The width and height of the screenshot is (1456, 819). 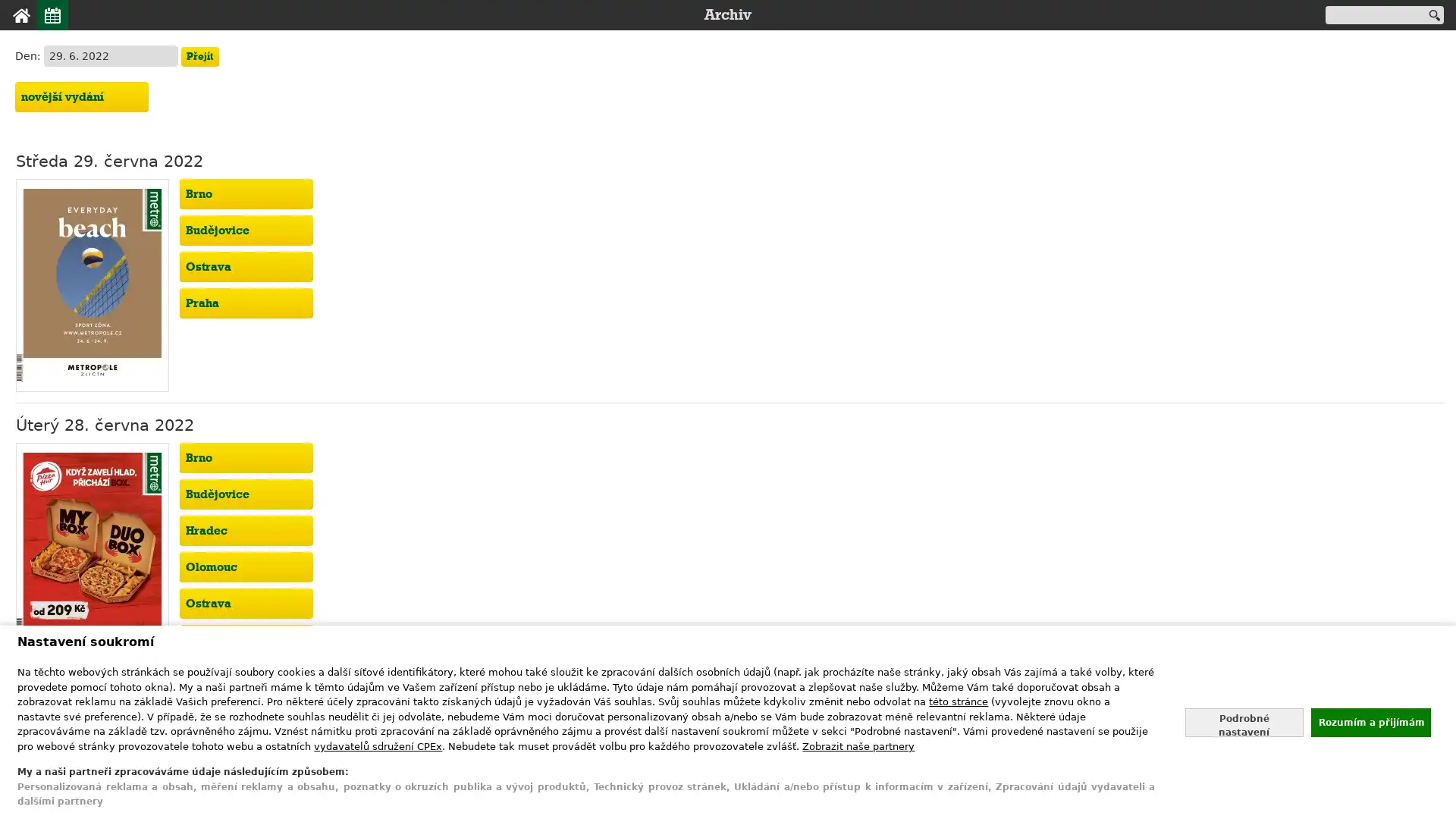 I want to click on Zobrazit nase partnery, so click(x=858, y=745).